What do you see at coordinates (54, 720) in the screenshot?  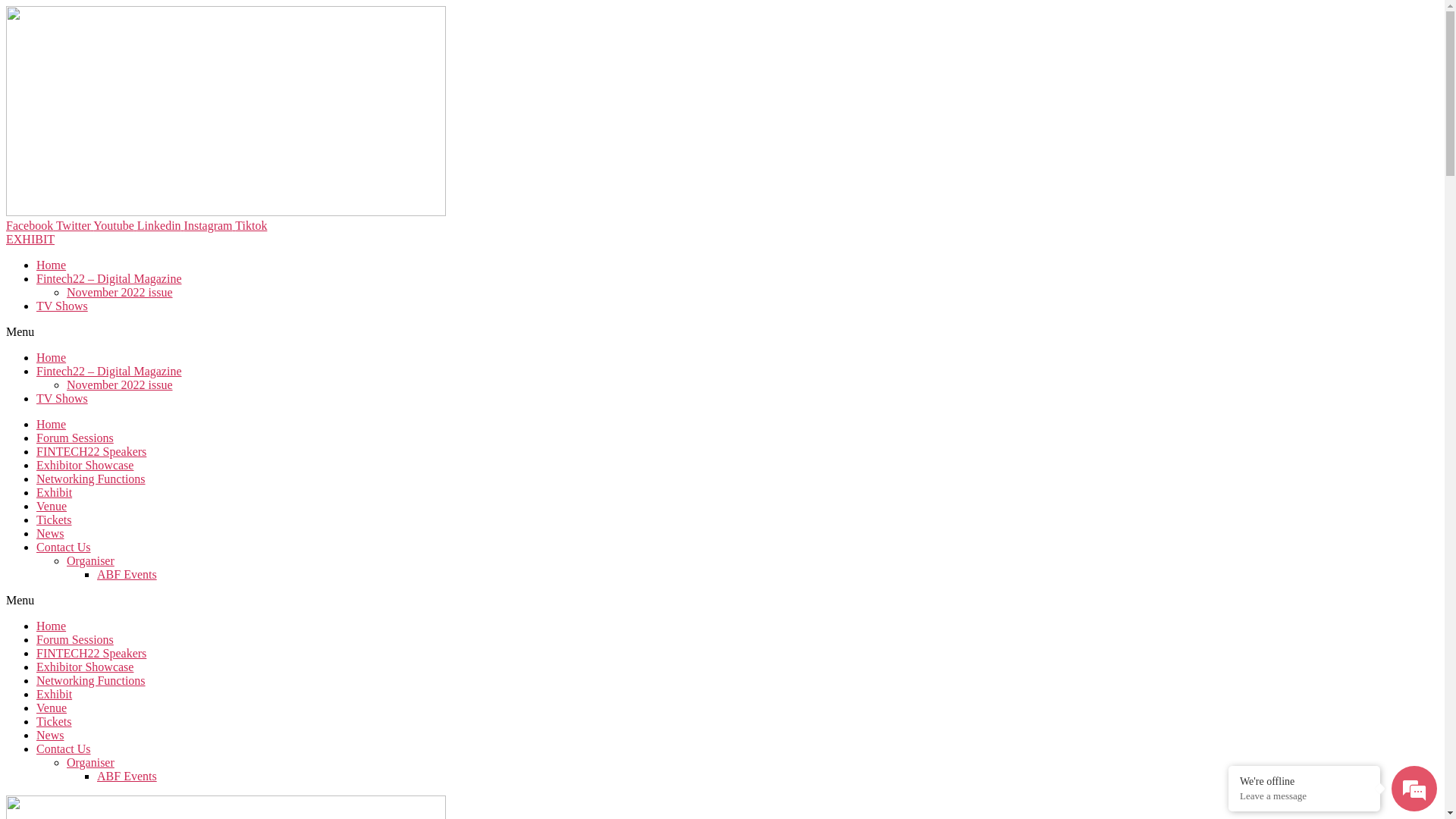 I see `'Tickets'` at bounding box center [54, 720].